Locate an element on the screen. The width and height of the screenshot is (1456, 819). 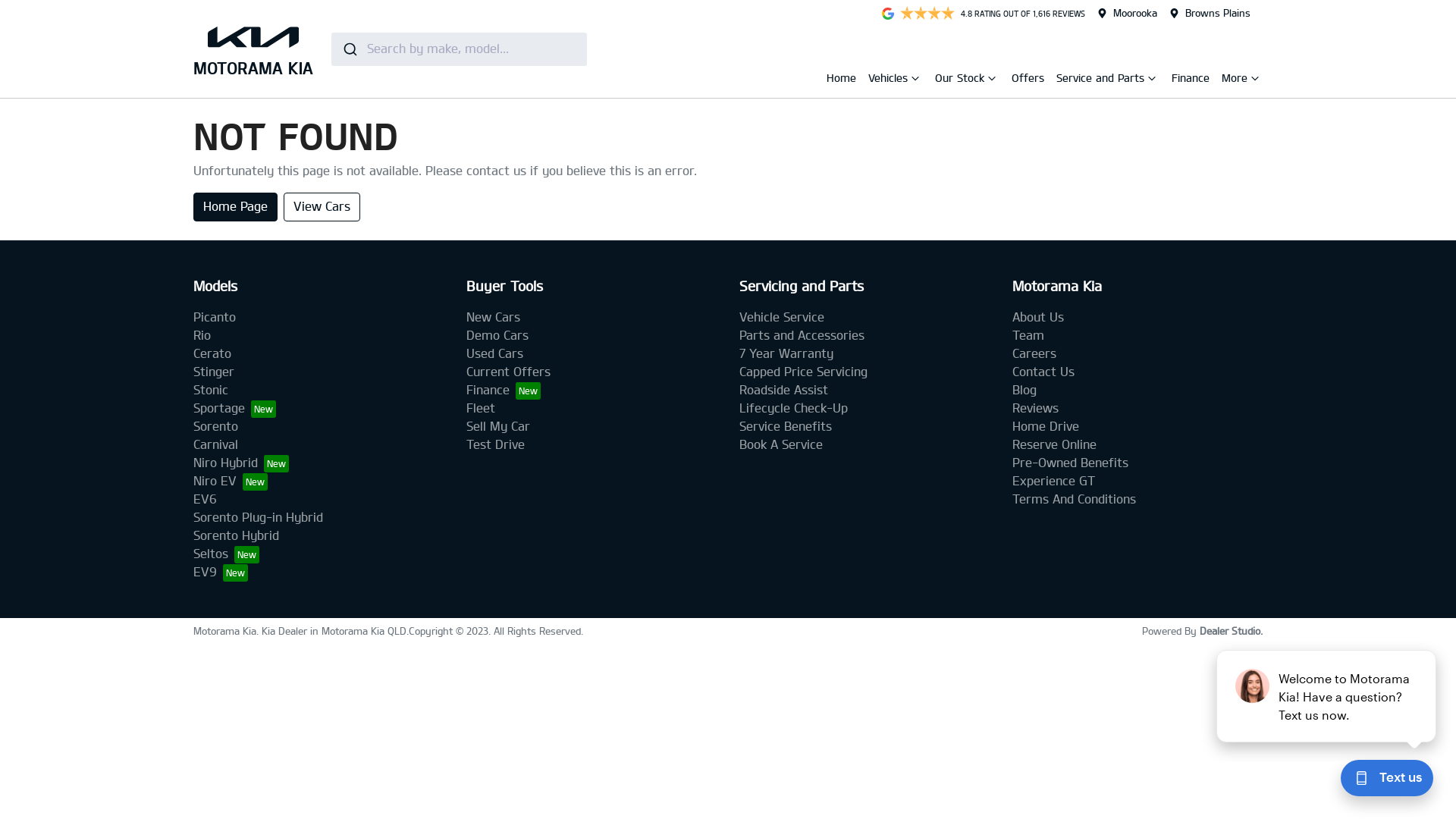
'Cerato' is located at coordinates (211, 353).